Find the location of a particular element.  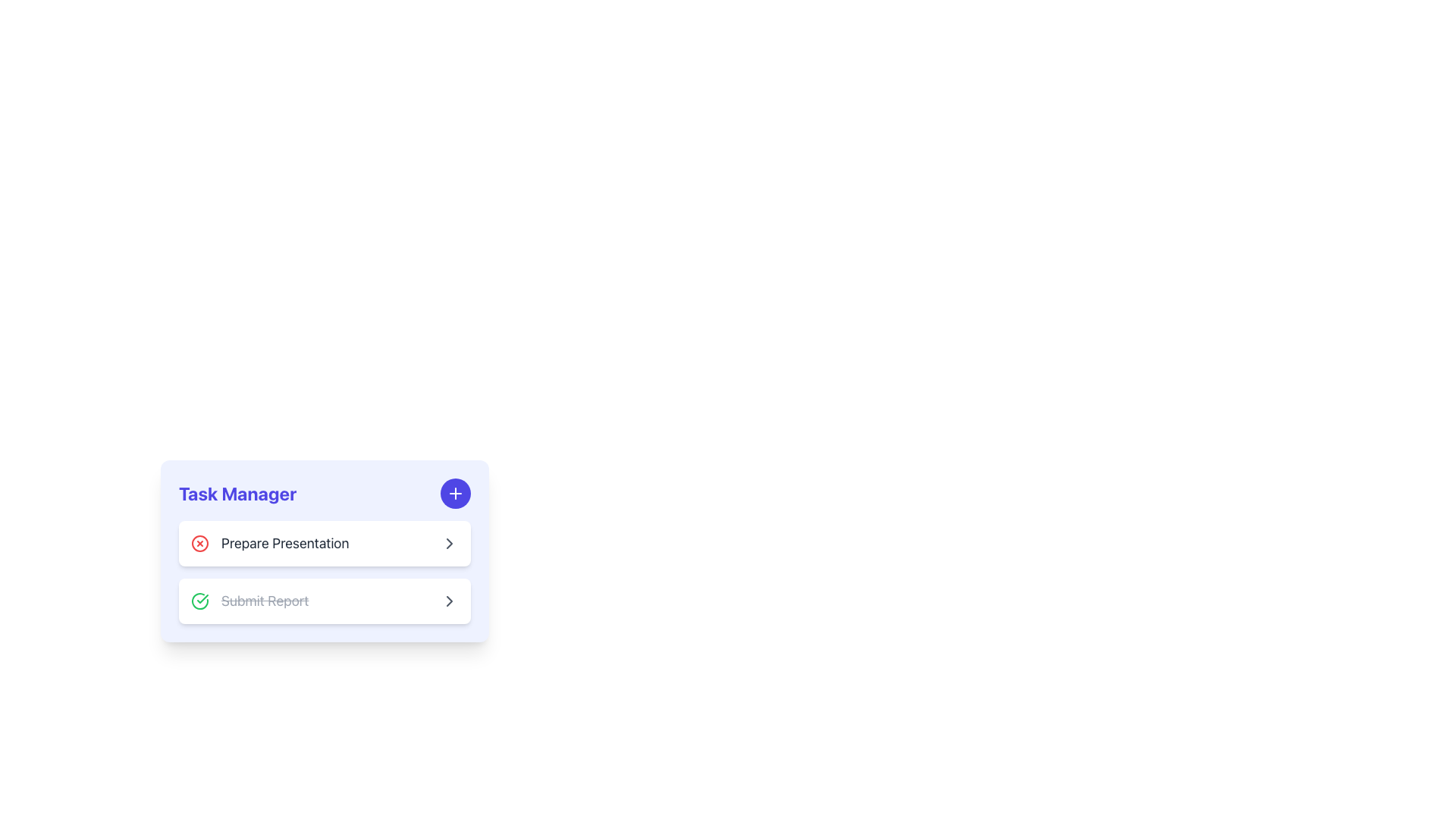

the rightward-pointing gray arrow icon located at the end of the 'Submit Report' task item is located at coordinates (449, 601).